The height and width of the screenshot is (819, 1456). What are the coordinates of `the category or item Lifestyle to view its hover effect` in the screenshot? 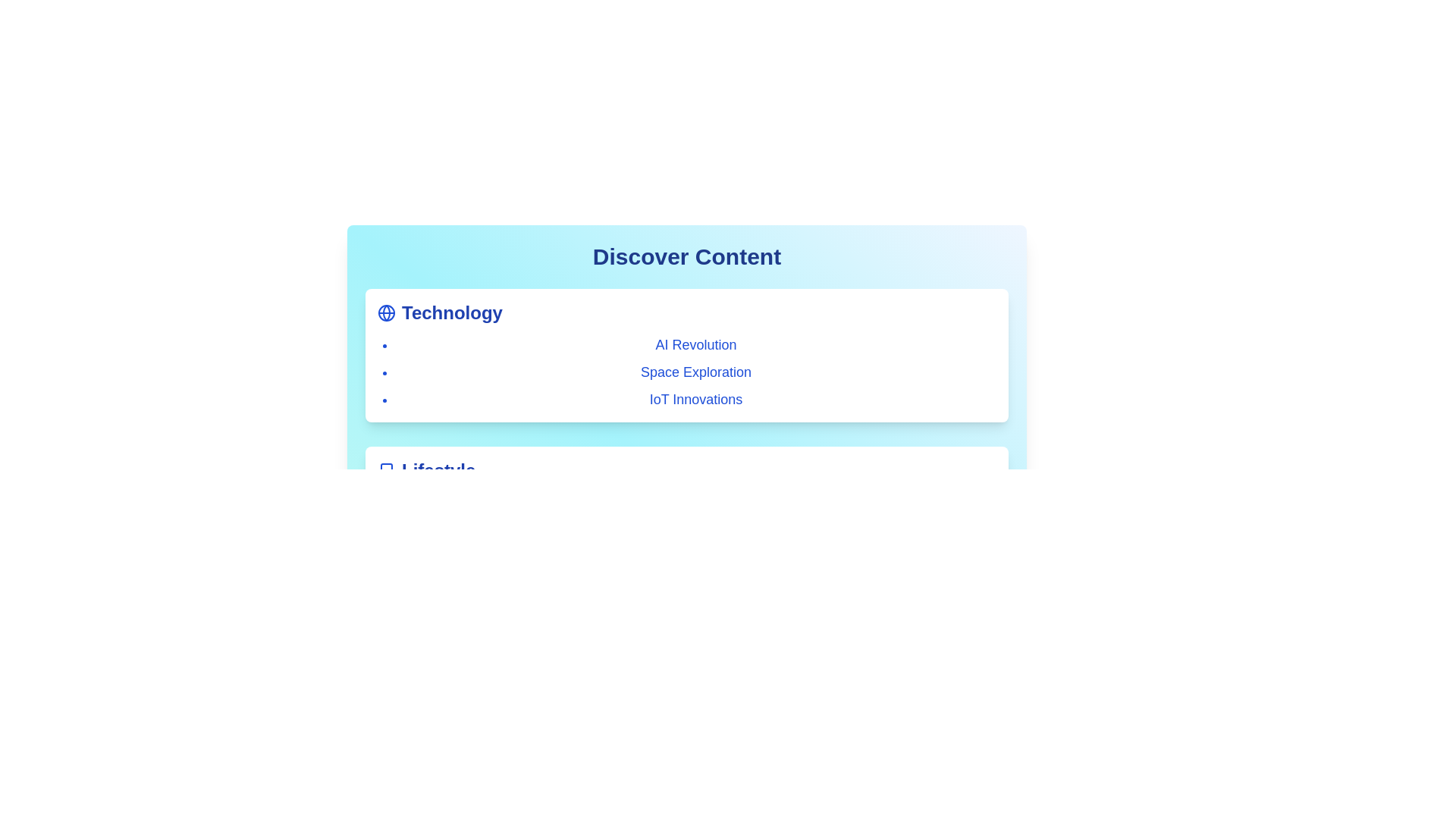 It's located at (386, 470).